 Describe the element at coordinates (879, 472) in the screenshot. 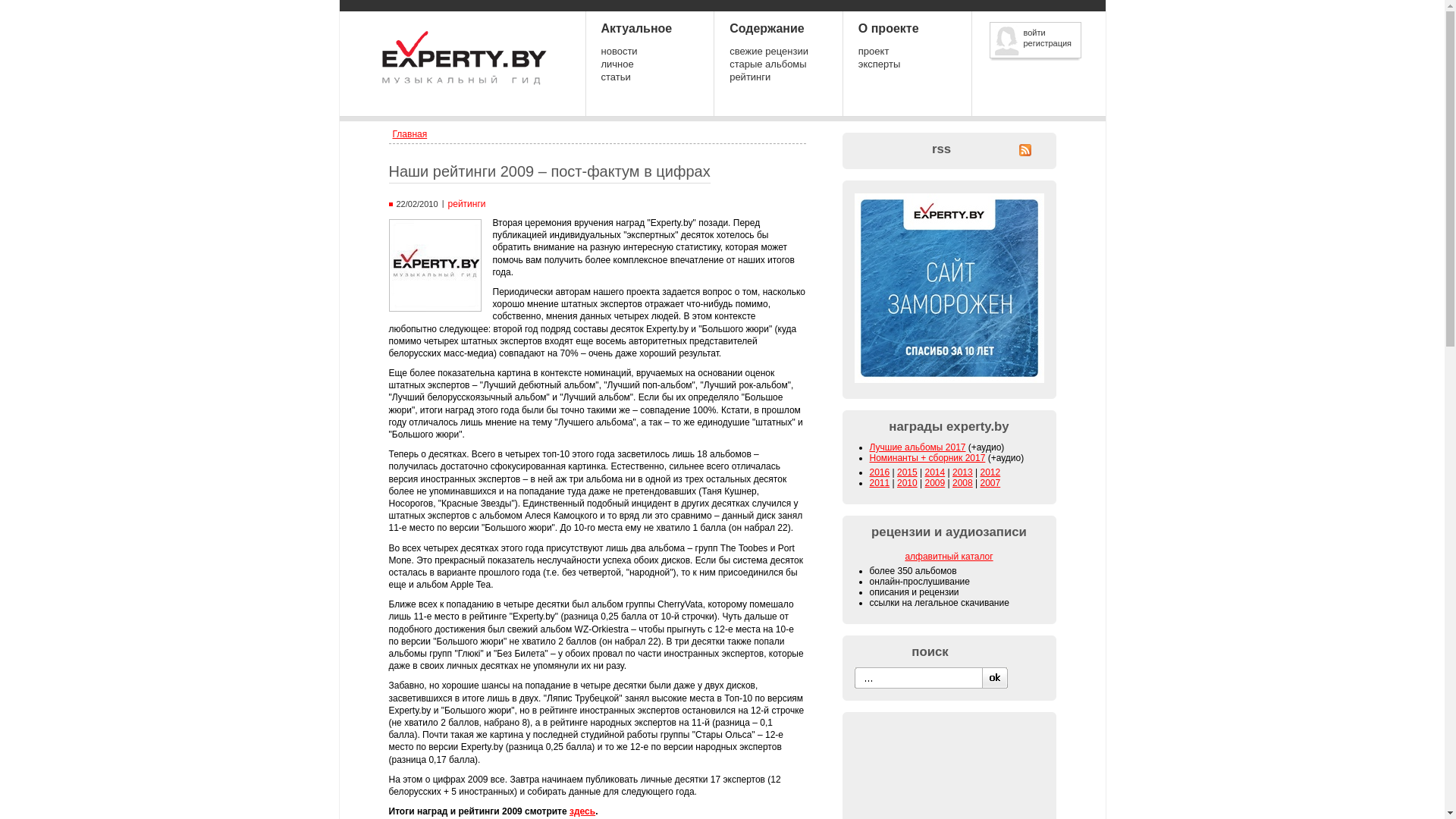

I see `'2016'` at that location.